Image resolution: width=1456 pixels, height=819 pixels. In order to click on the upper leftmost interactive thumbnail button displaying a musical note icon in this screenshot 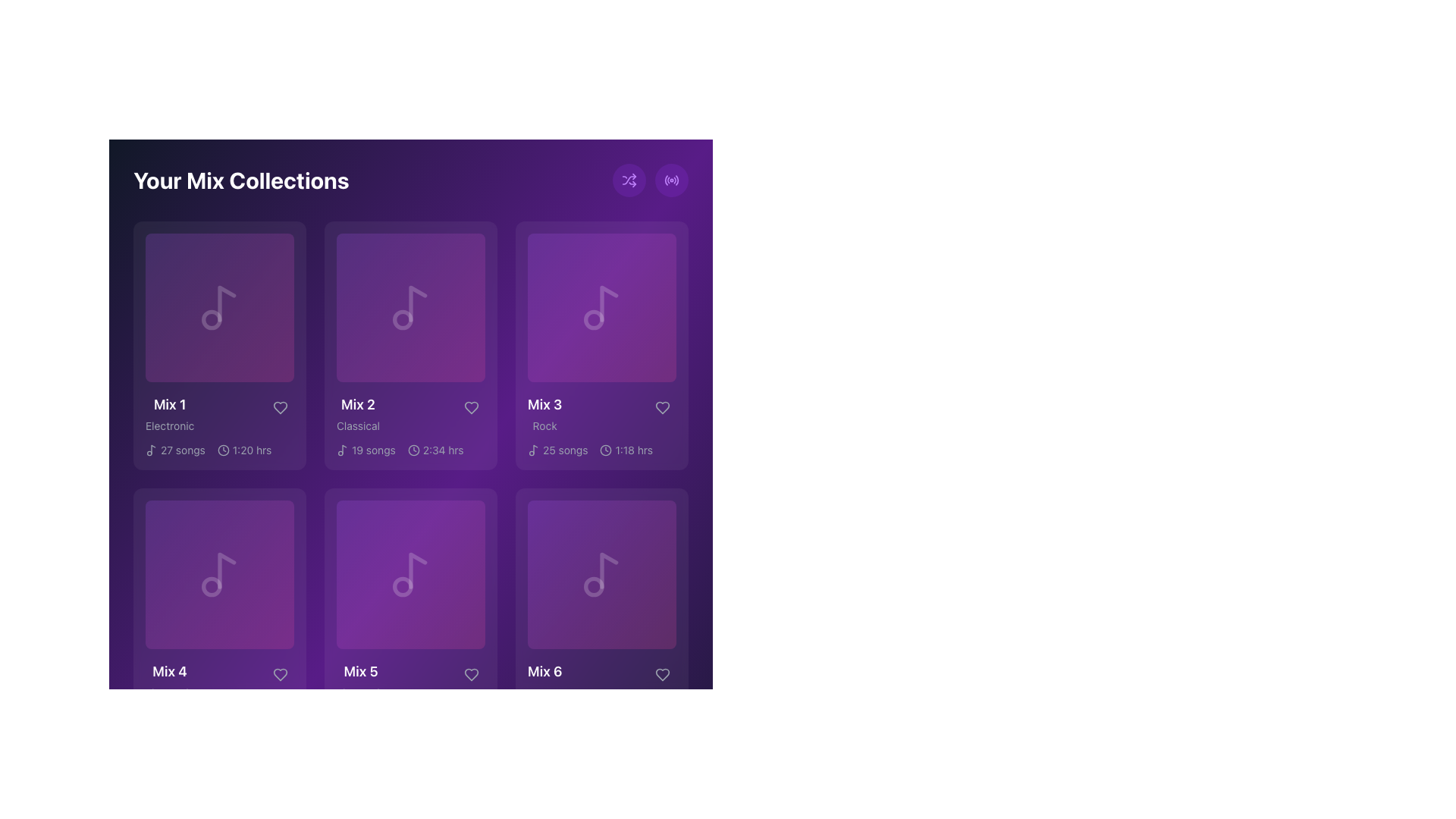, I will do `click(218, 307)`.